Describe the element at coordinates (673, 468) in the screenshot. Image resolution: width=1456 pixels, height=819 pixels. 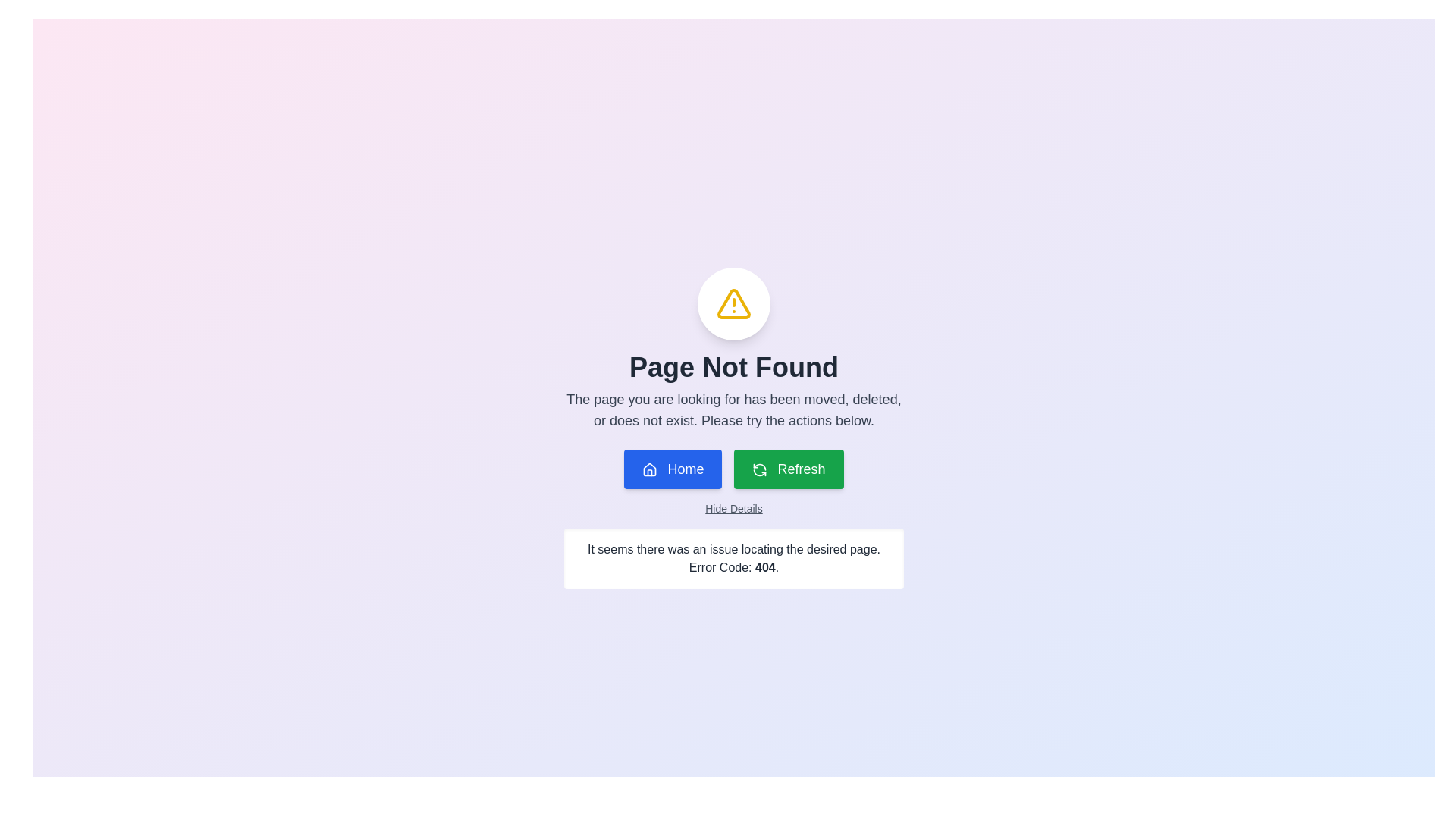
I see `the 'Home' button, which has a blue background, white text, and a house-shaped icon` at that location.